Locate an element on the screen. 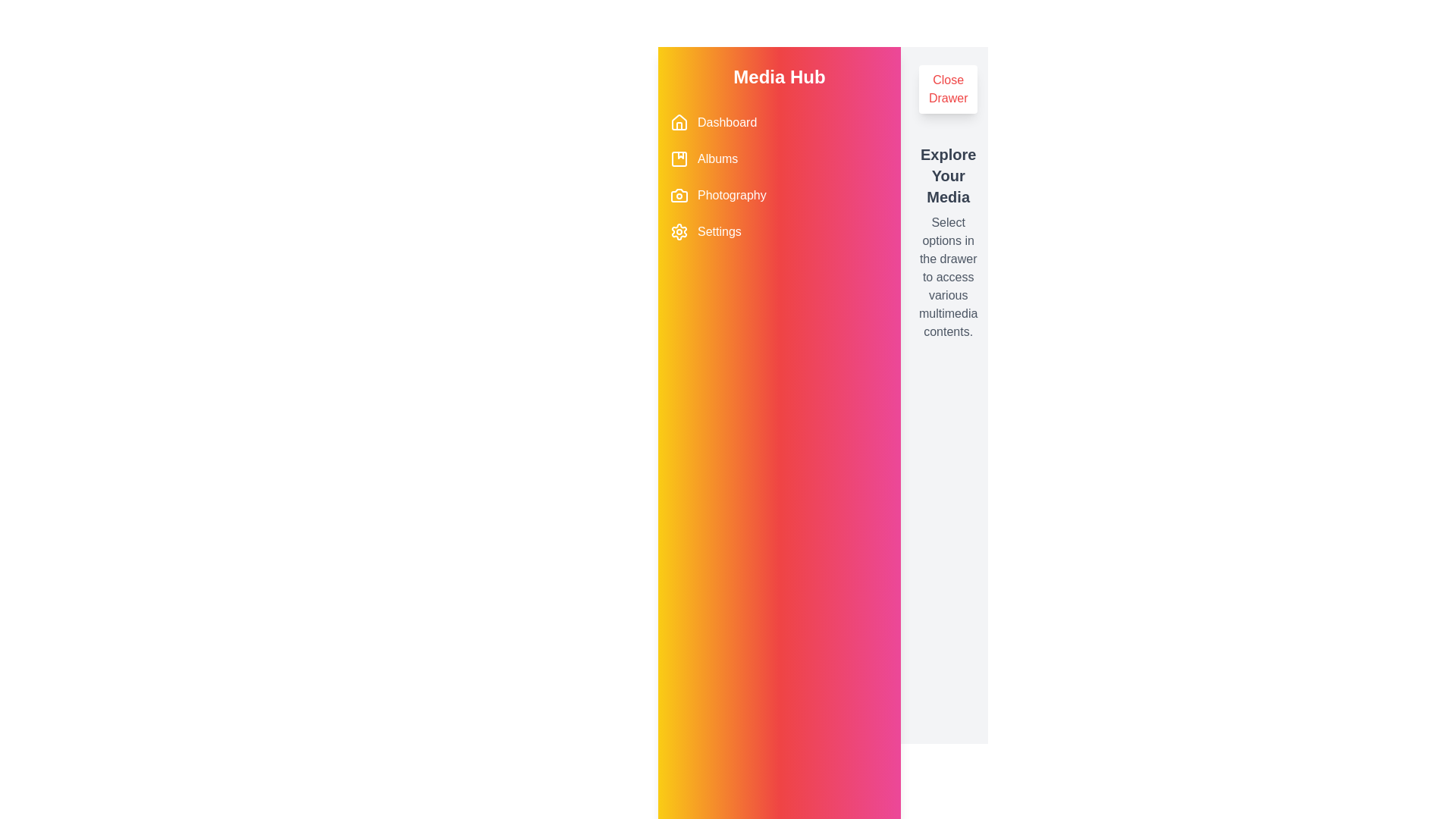  the text 'Explore Your Media' to interact with it is located at coordinates (946, 174).